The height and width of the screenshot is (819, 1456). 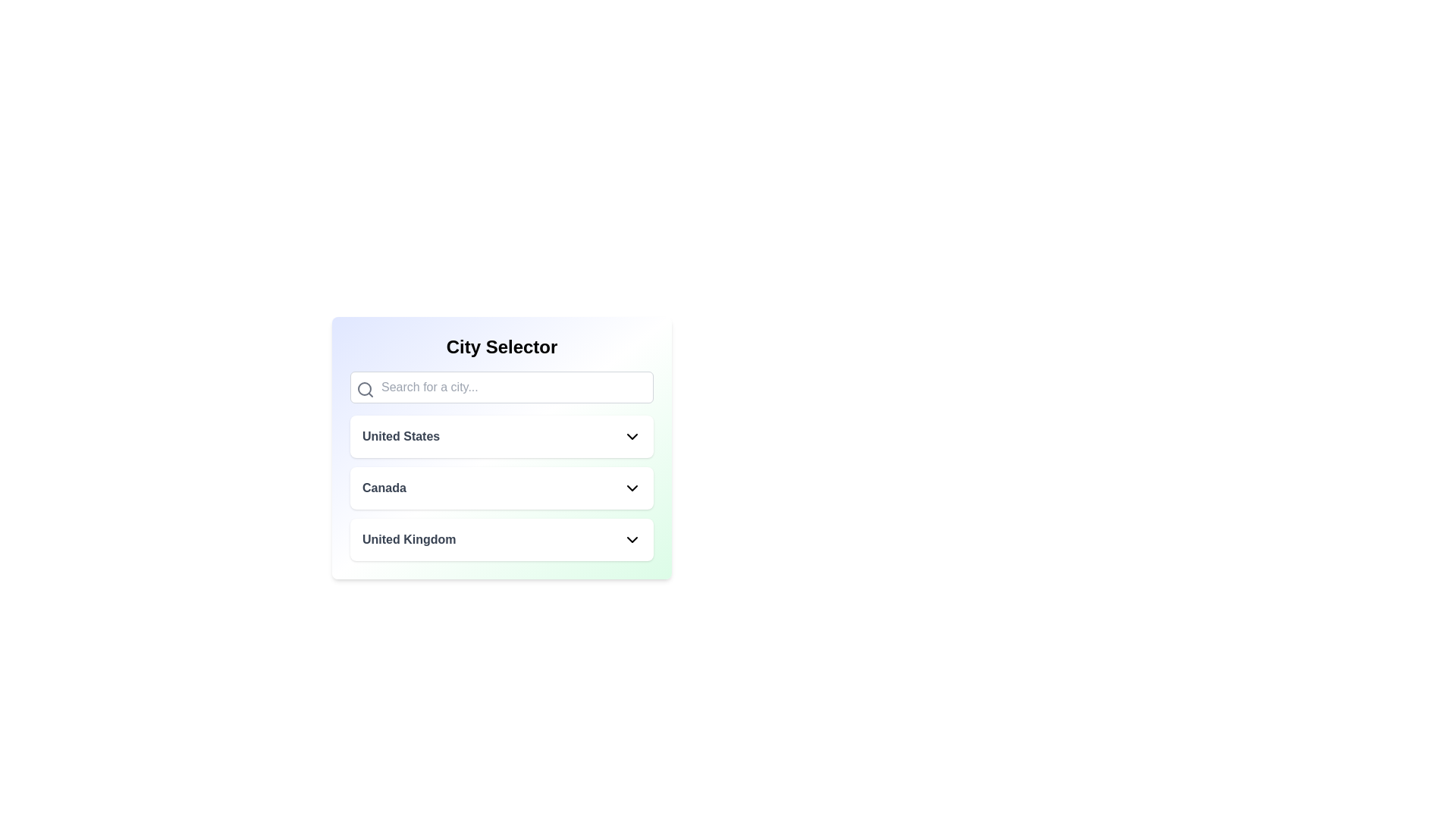 What do you see at coordinates (364, 388) in the screenshot?
I see `the circular shape within the search icon located in the City Selector module, which represents a search or magnifying glass` at bounding box center [364, 388].